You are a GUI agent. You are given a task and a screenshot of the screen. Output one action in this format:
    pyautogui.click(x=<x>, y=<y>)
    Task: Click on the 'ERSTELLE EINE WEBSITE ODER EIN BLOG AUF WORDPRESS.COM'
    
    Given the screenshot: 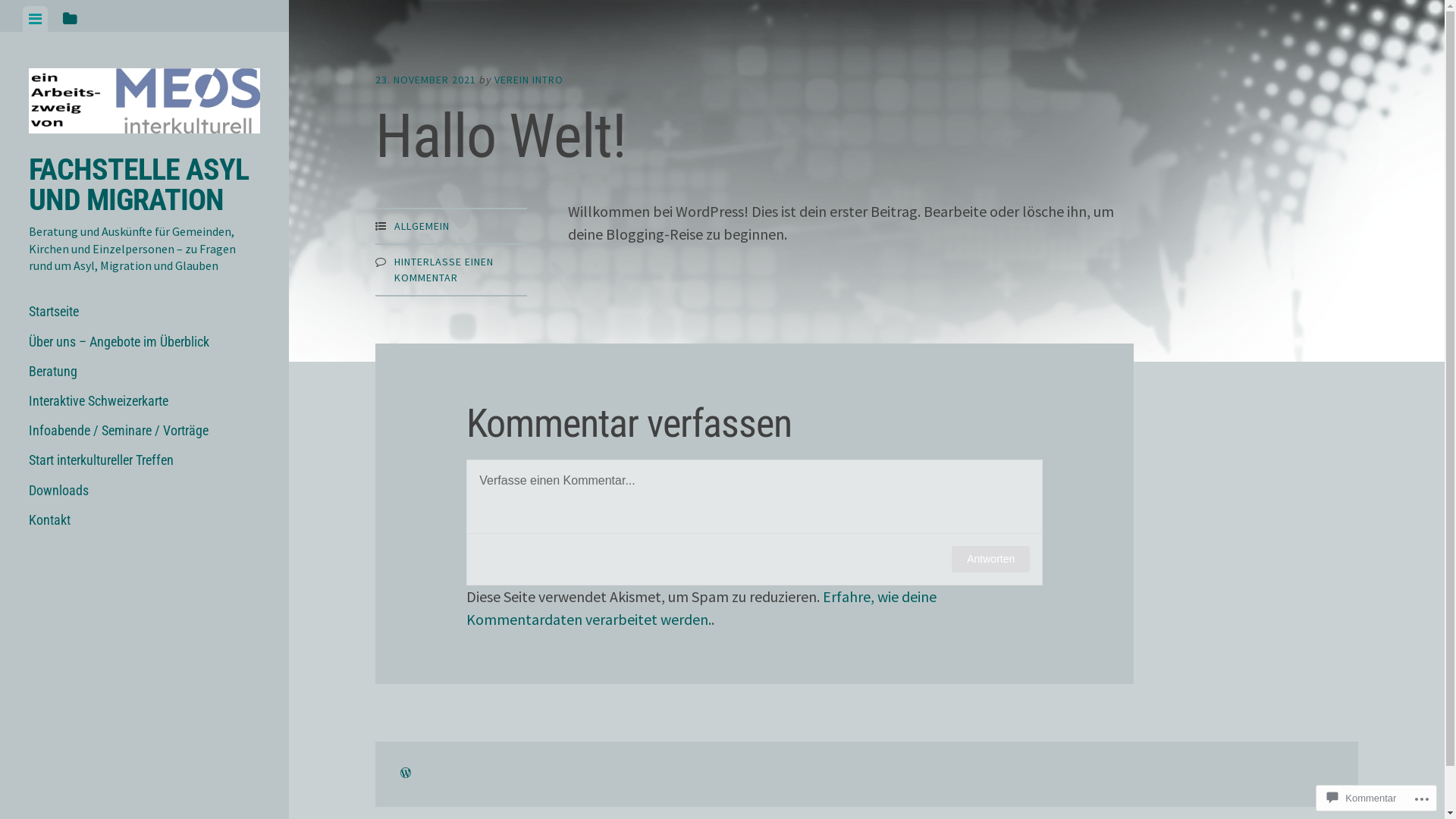 What is the action you would take?
    pyautogui.click(x=405, y=773)
    